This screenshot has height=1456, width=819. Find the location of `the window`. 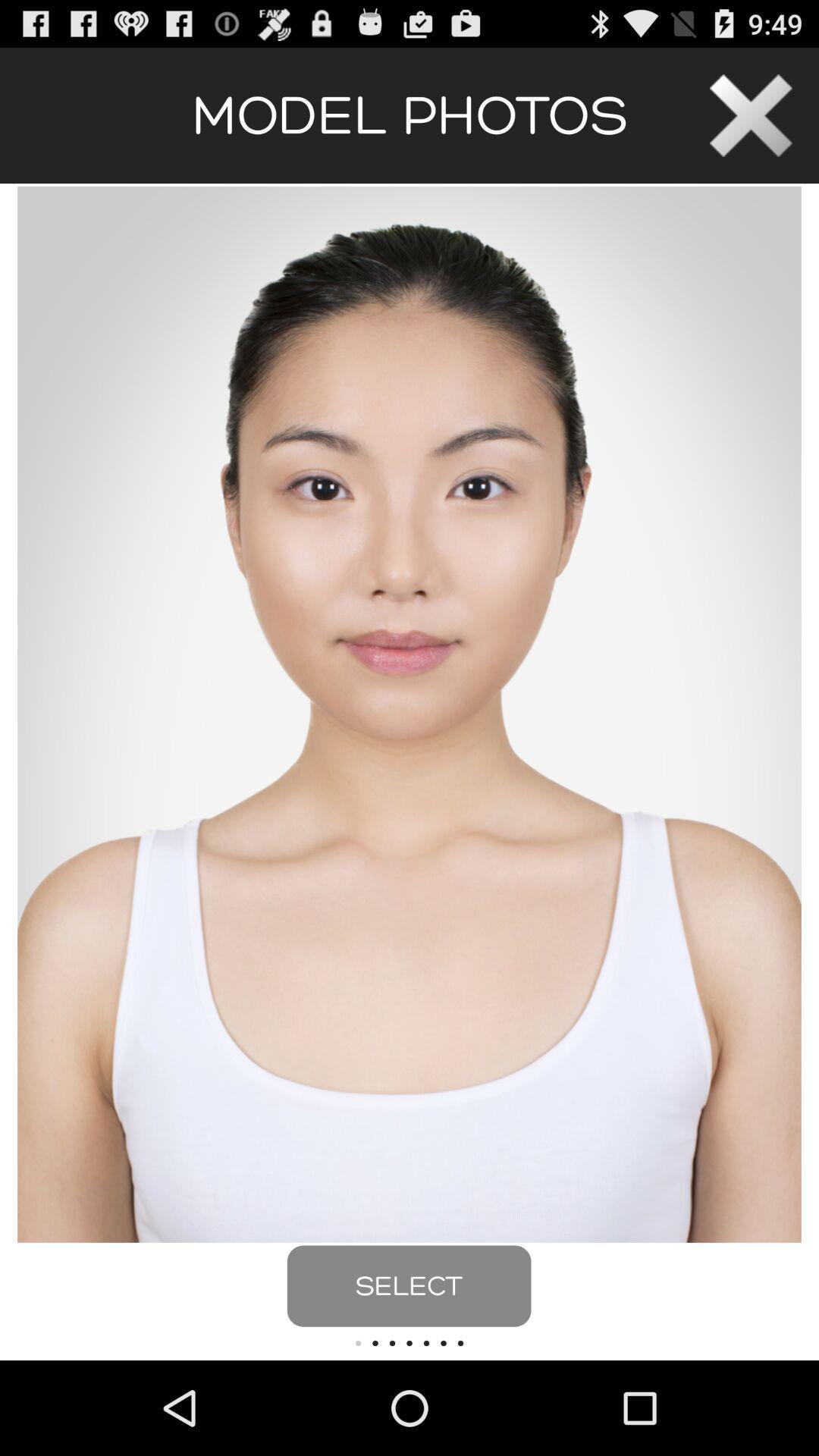

the window is located at coordinates (751, 115).